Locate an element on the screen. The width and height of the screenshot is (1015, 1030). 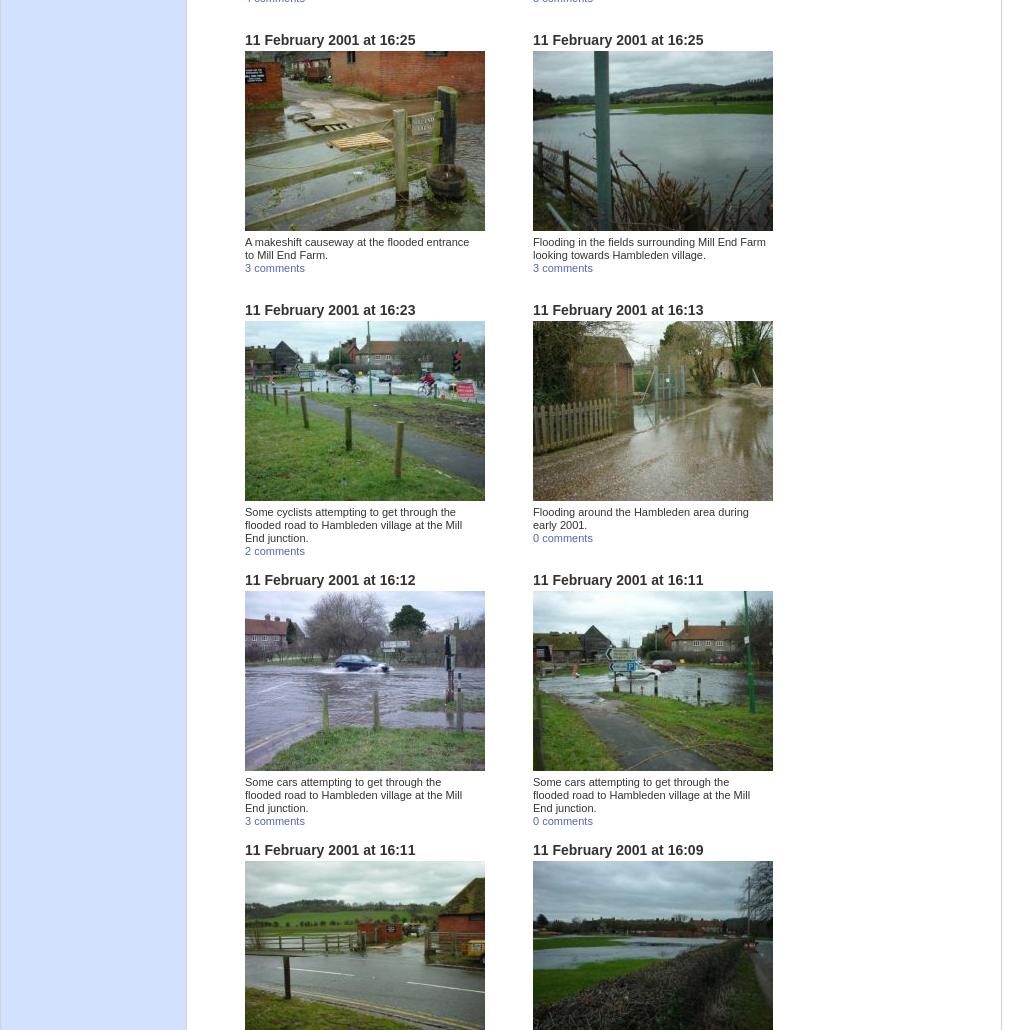
'11 February 2001 at 16:12' is located at coordinates (328, 579).